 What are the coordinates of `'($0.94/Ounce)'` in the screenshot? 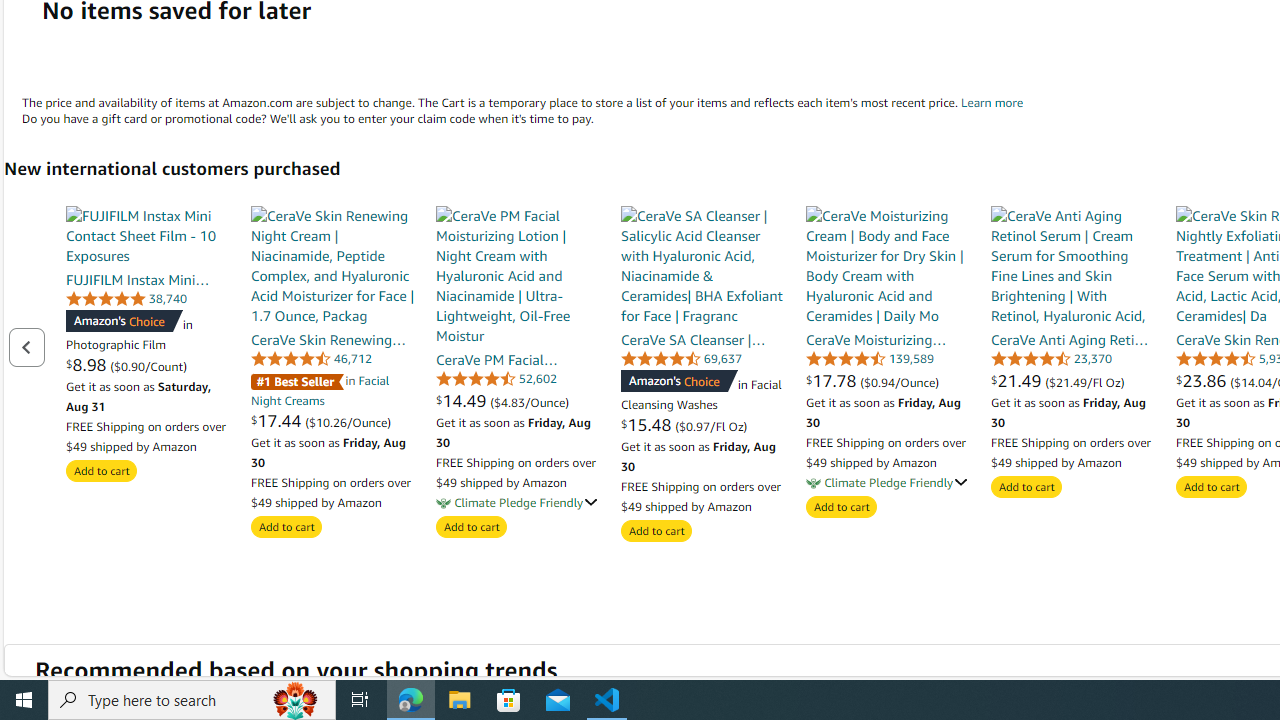 It's located at (898, 381).